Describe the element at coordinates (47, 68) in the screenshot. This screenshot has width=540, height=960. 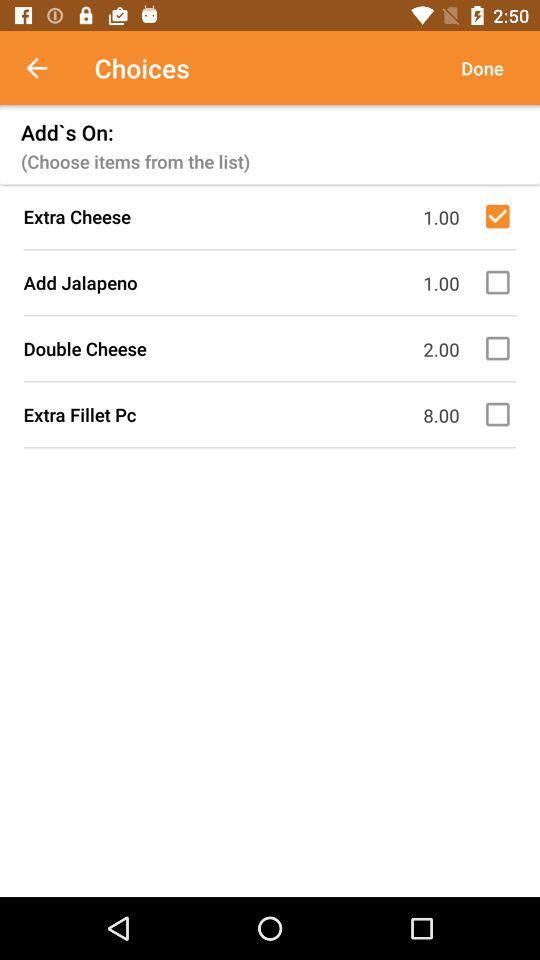
I see `icon next to choices icon` at that location.